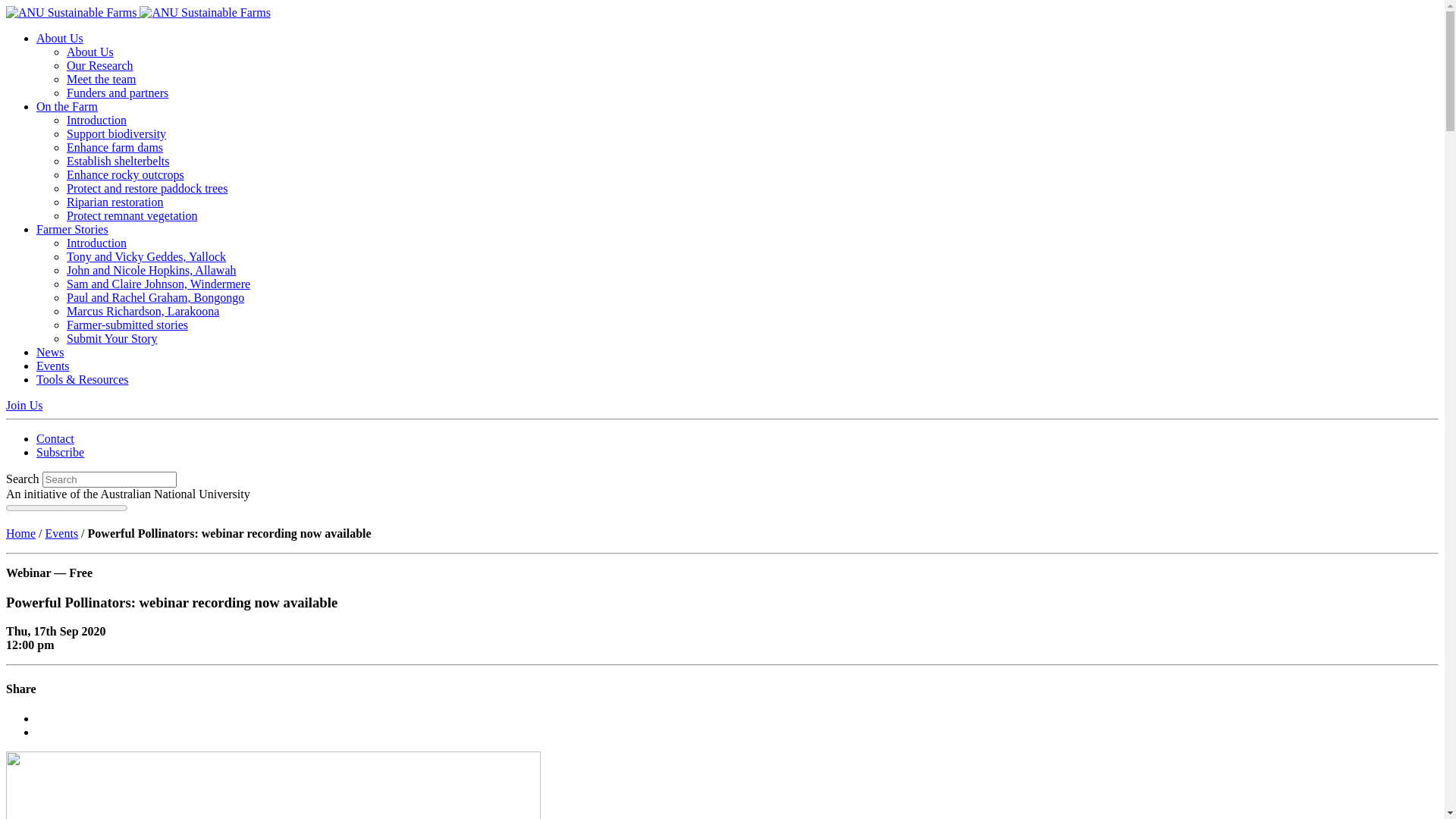  Describe the element at coordinates (114, 147) in the screenshot. I see `'Enhance farm dams'` at that location.